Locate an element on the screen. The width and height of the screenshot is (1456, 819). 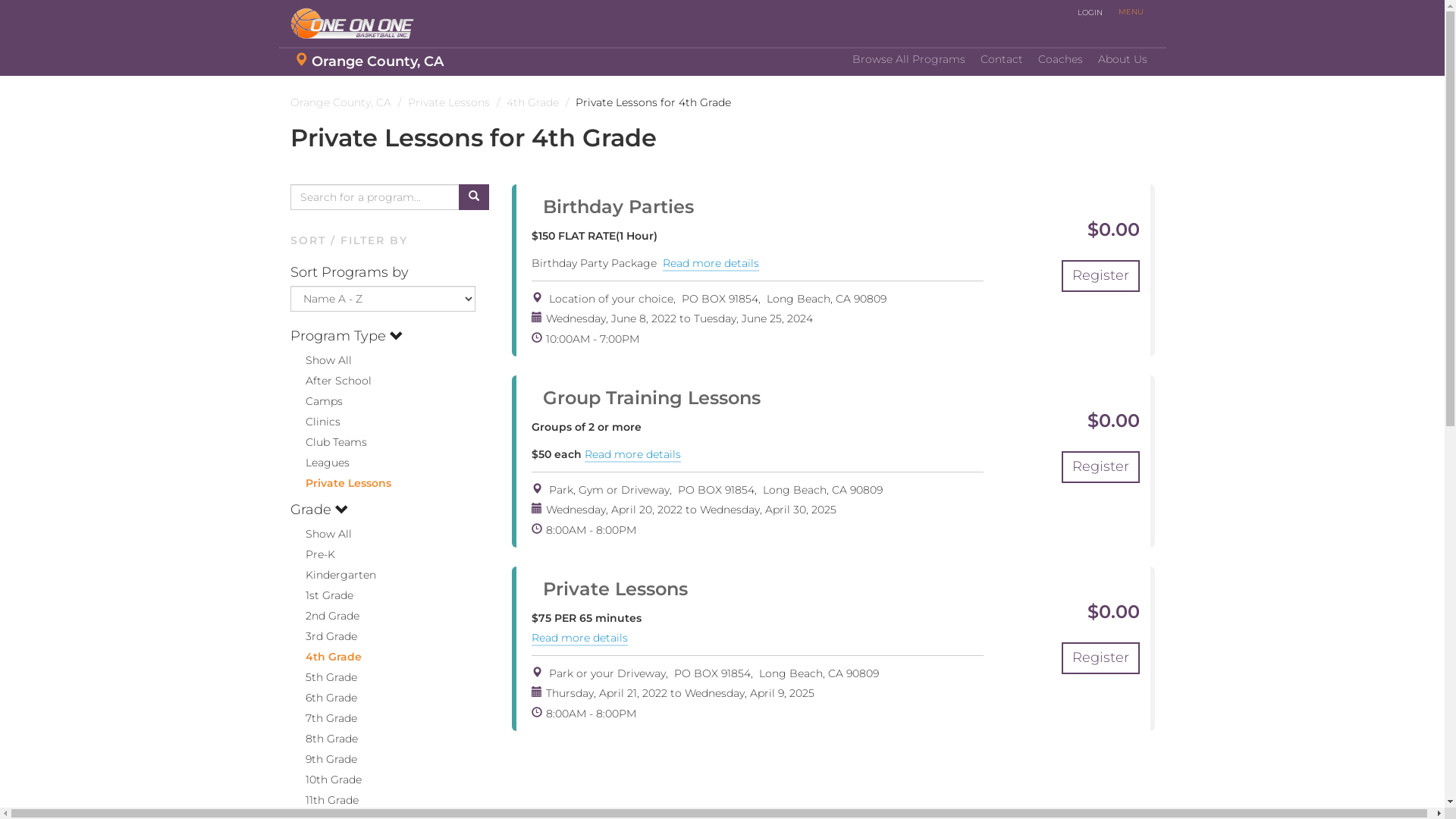
'4th Grade' is located at coordinates (324, 656).